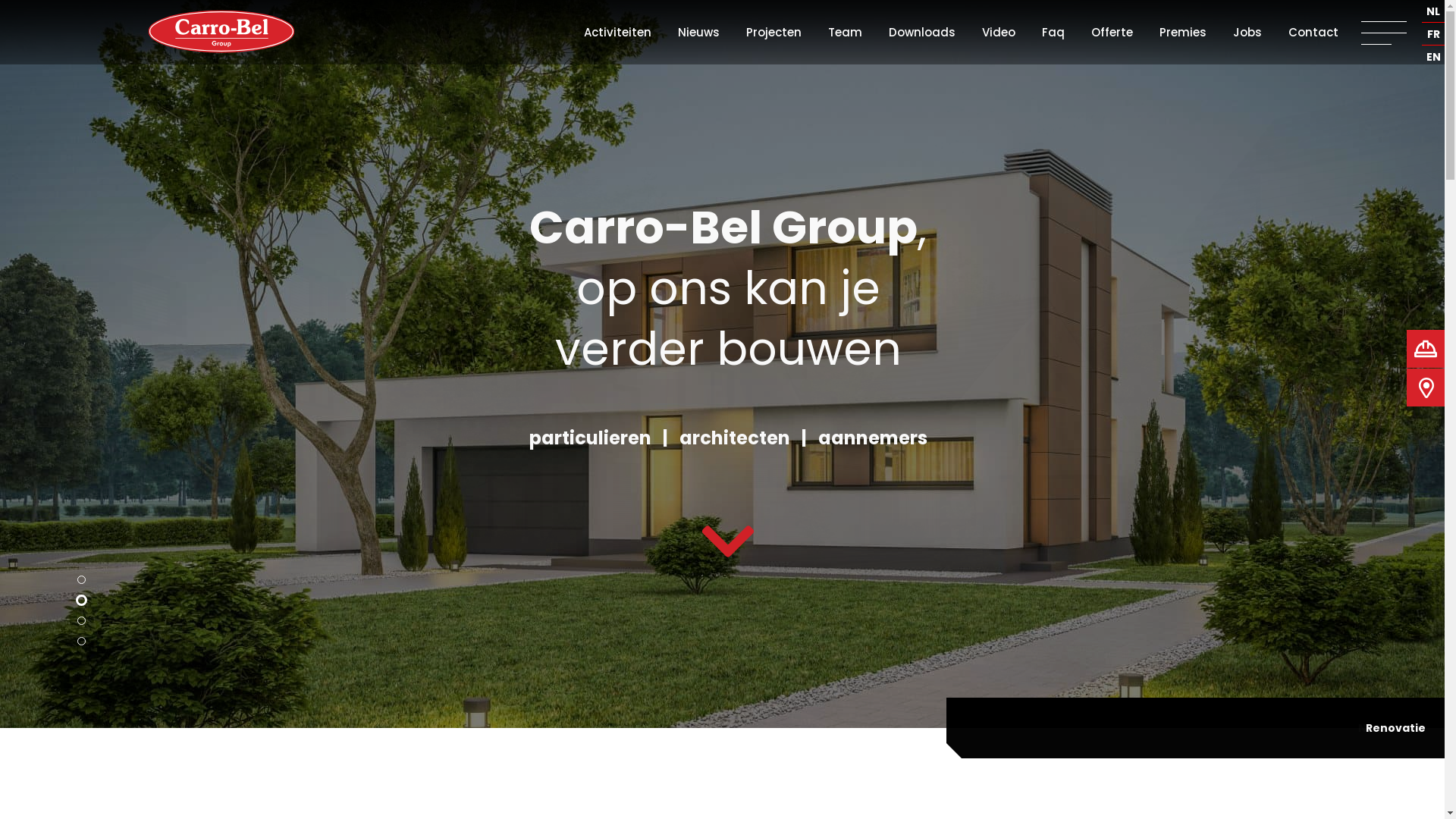  Describe the element at coordinates (982, 32) in the screenshot. I see `'Video'` at that location.